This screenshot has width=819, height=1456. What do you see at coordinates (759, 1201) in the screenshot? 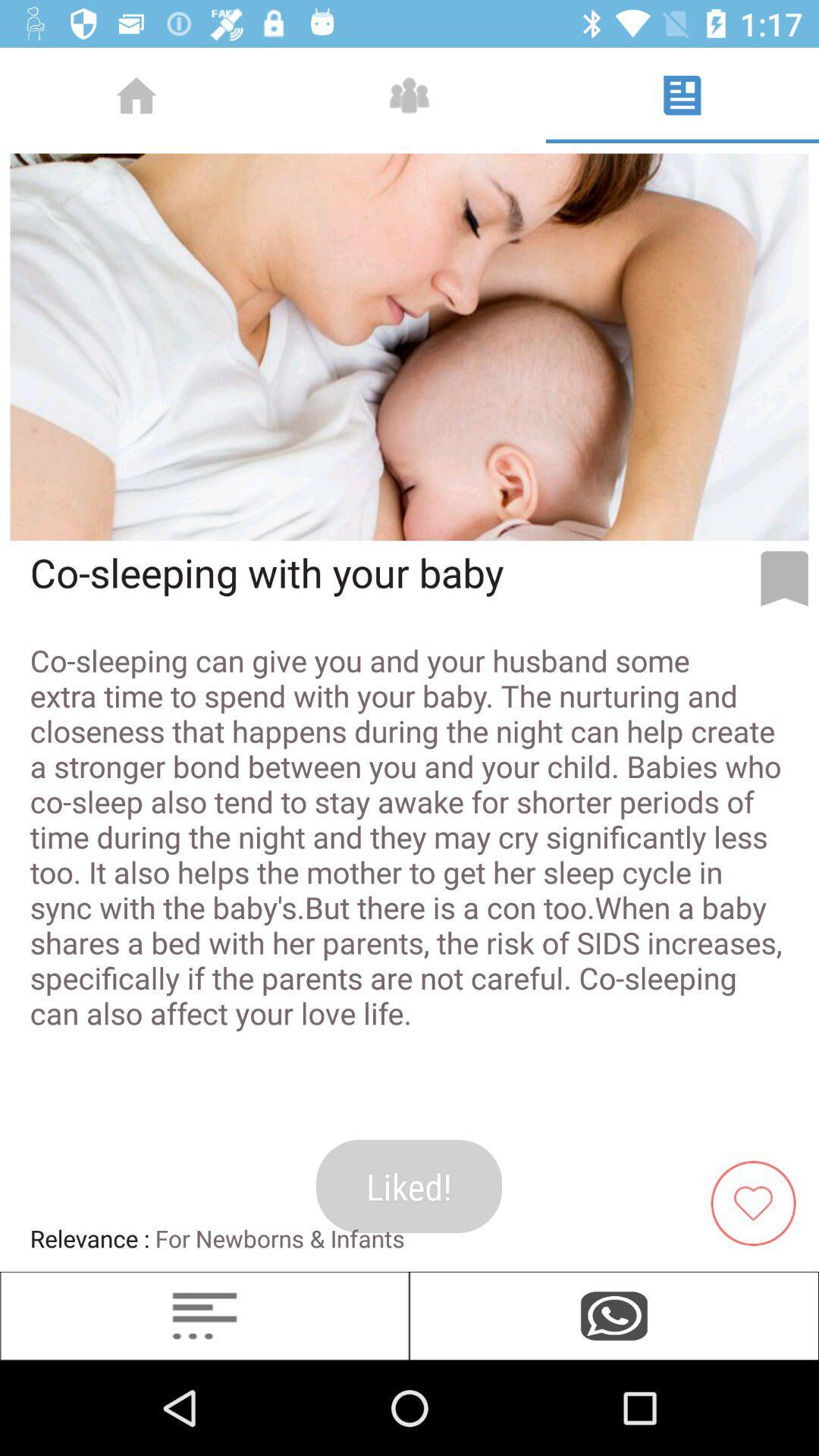
I see `the article` at bounding box center [759, 1201].